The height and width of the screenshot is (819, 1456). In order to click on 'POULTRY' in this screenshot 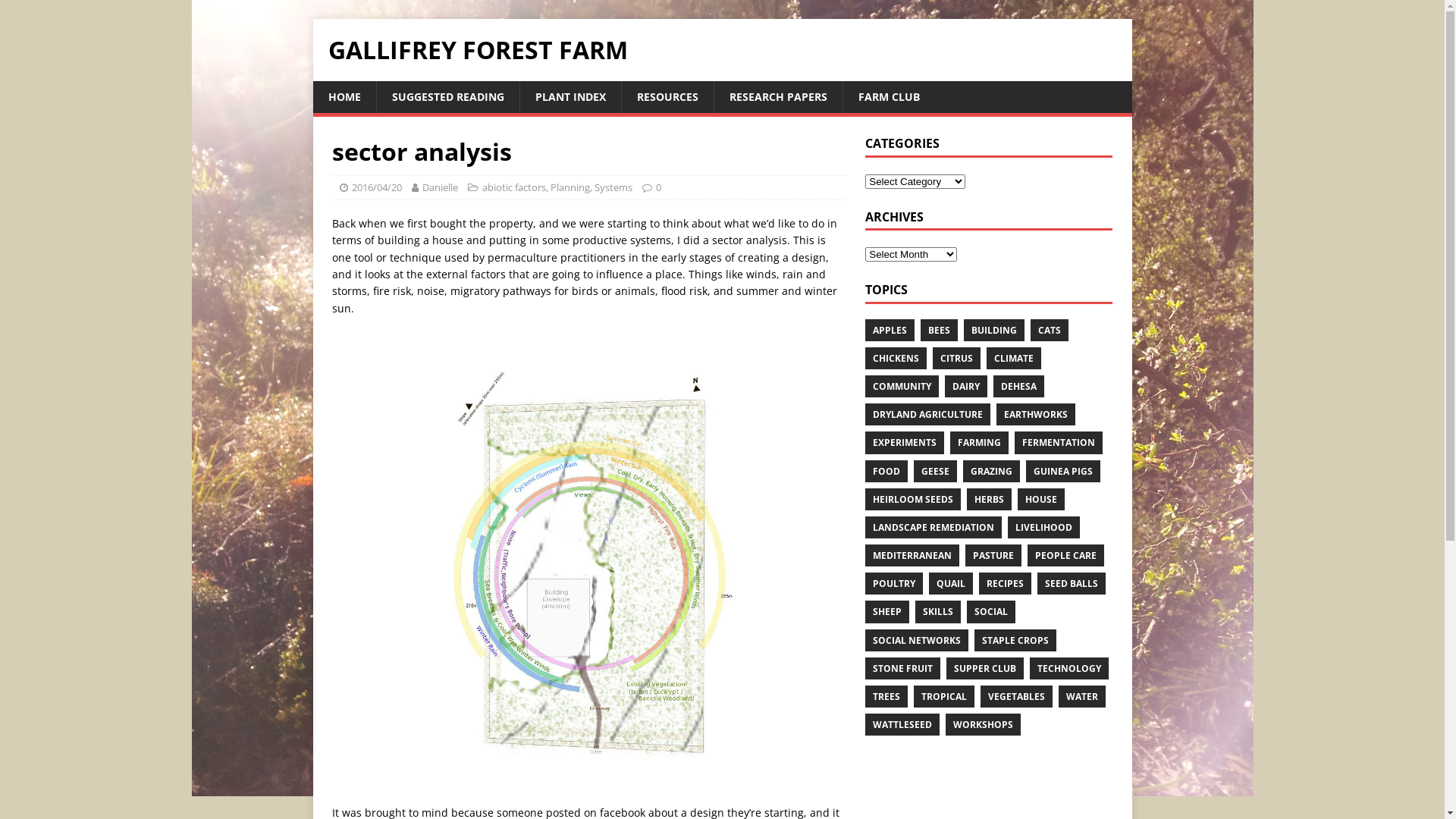, I will do `click(894, 582)`.